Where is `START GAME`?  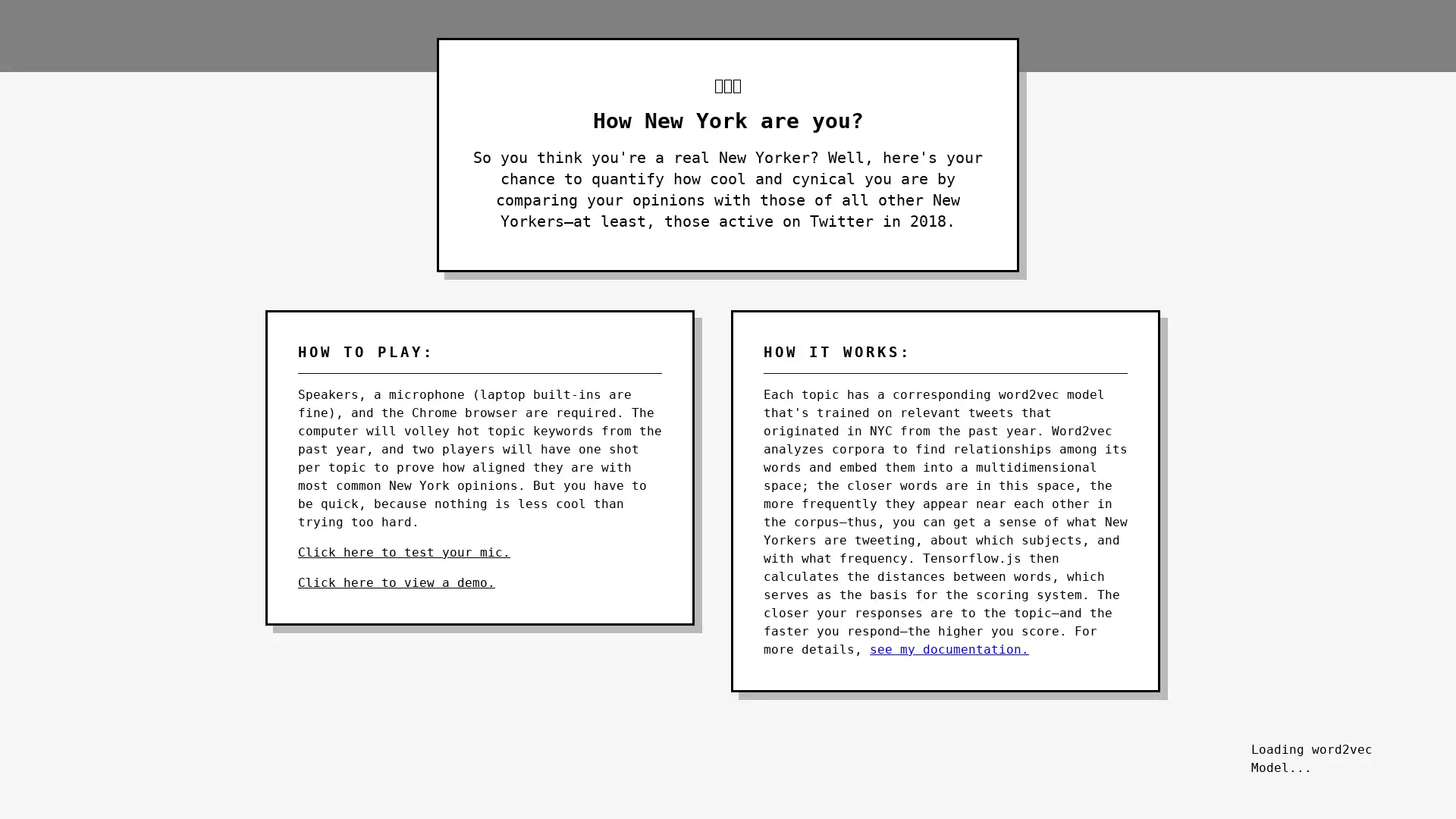 START GAME is located at coordinates (1335, 739).